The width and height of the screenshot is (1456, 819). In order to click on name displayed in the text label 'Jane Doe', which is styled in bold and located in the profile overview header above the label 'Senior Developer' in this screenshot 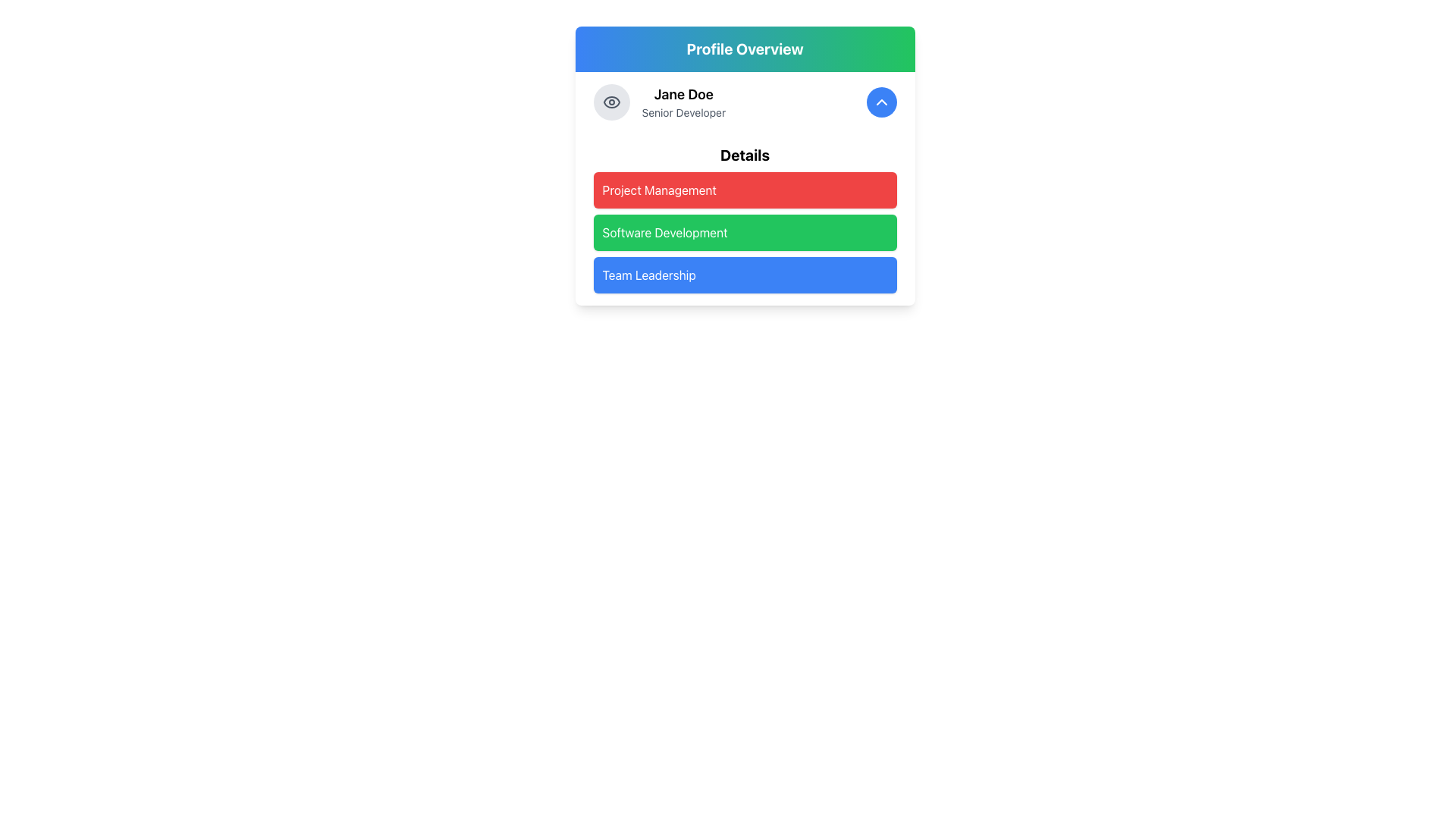, I will do `click(682, 94)`.